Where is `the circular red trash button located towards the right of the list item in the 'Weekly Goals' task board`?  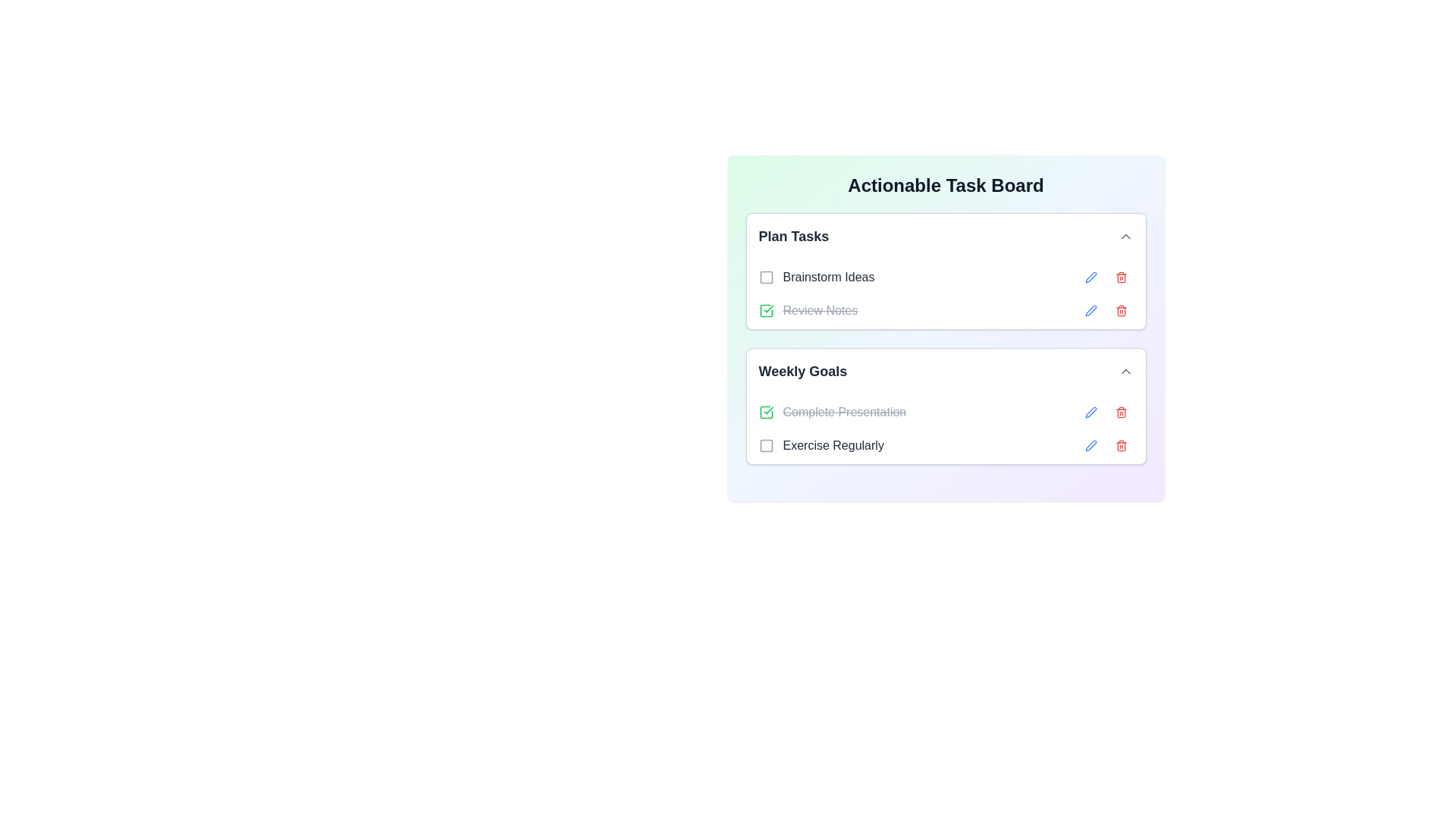
the circular red trash button located towards the right of the list item in the 'Weekly Goals' task board is located at coordinates (1121, 412).